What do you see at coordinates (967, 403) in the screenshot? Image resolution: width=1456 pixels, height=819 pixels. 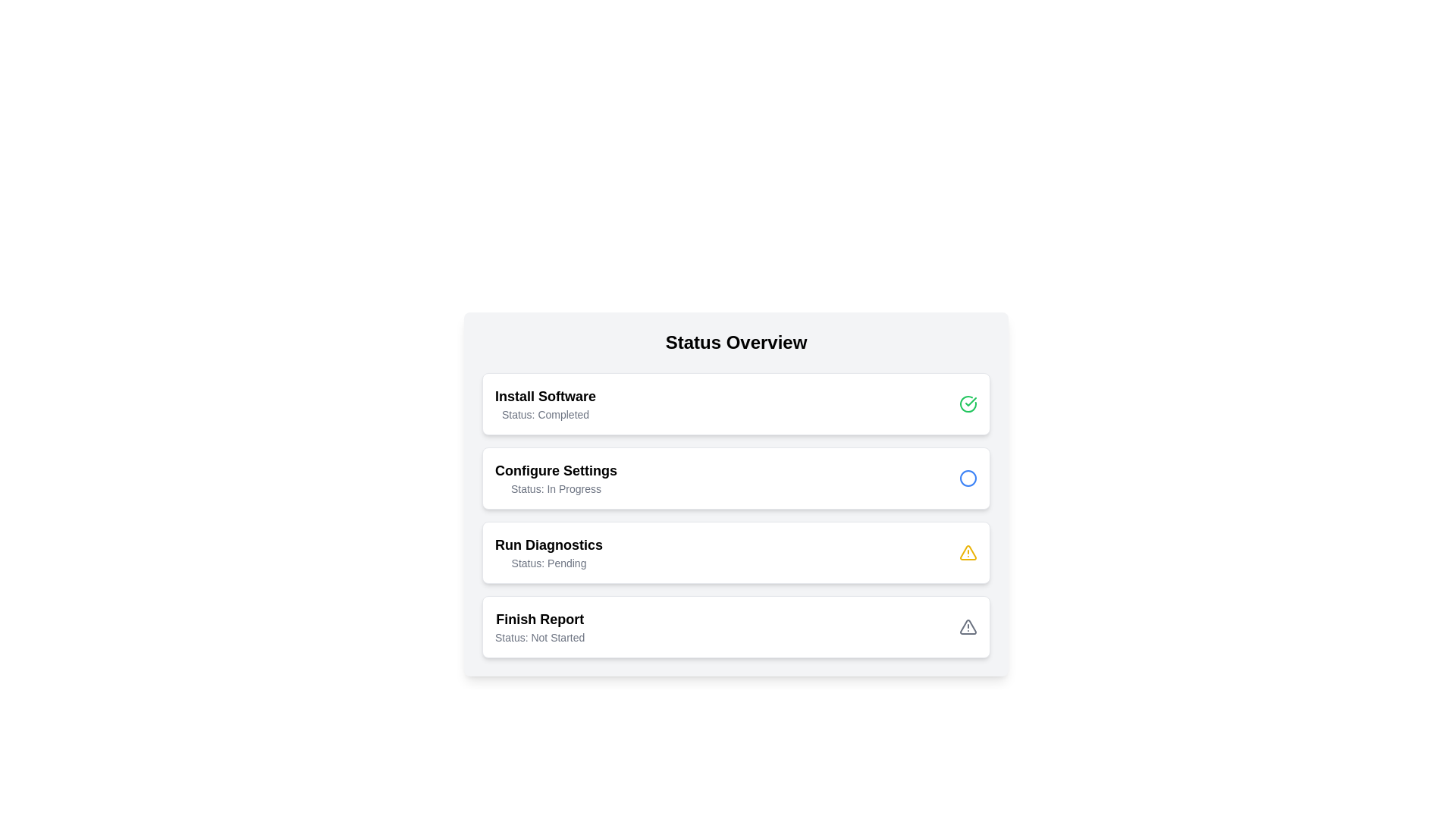 I see `the completion status icon for the 'Install Software' task, which indicates that the task has been successfully completed` at bounding box center [967, 403].